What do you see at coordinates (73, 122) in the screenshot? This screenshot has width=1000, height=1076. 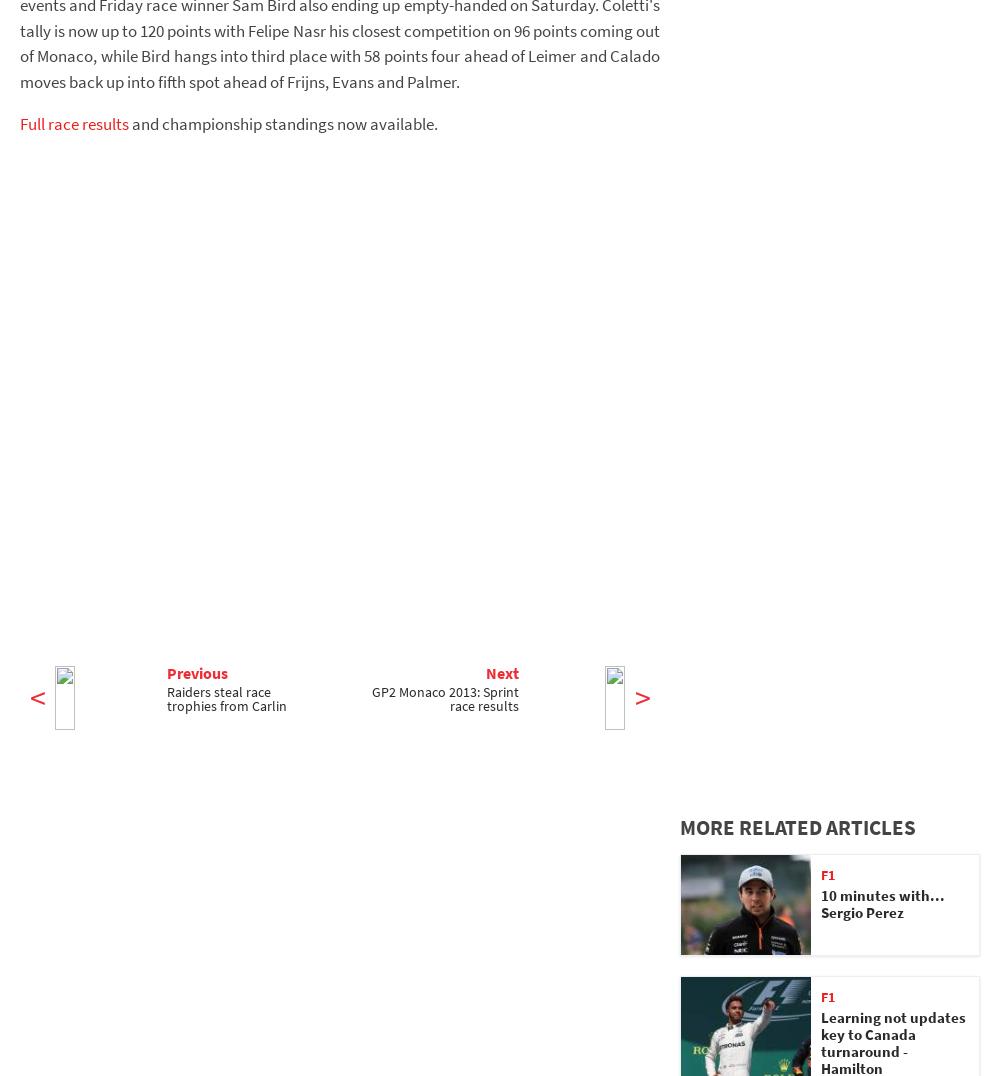 I see `'Full race results'` at bounding box center [73, 122].